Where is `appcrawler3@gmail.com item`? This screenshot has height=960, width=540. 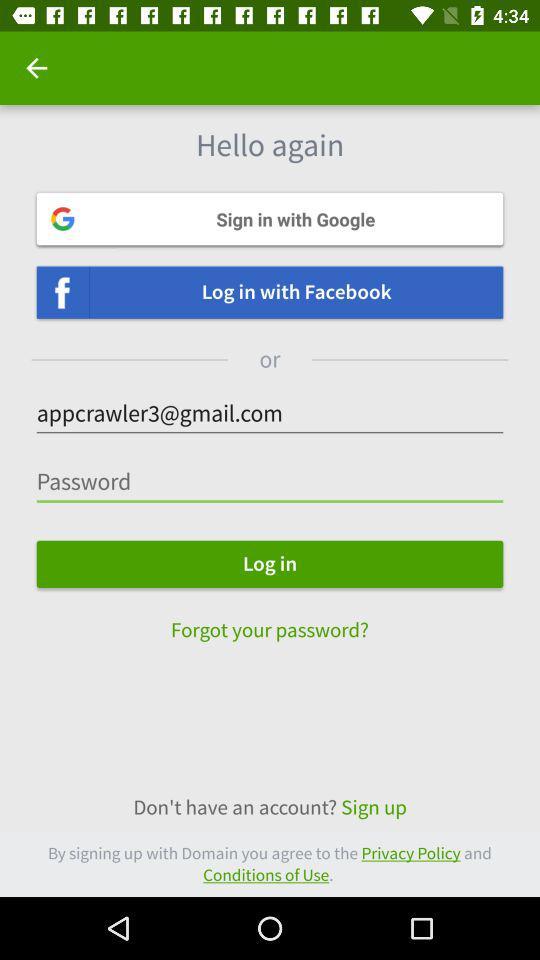 appcrawler3@gmail.com item is located at coordinates (270, 413).